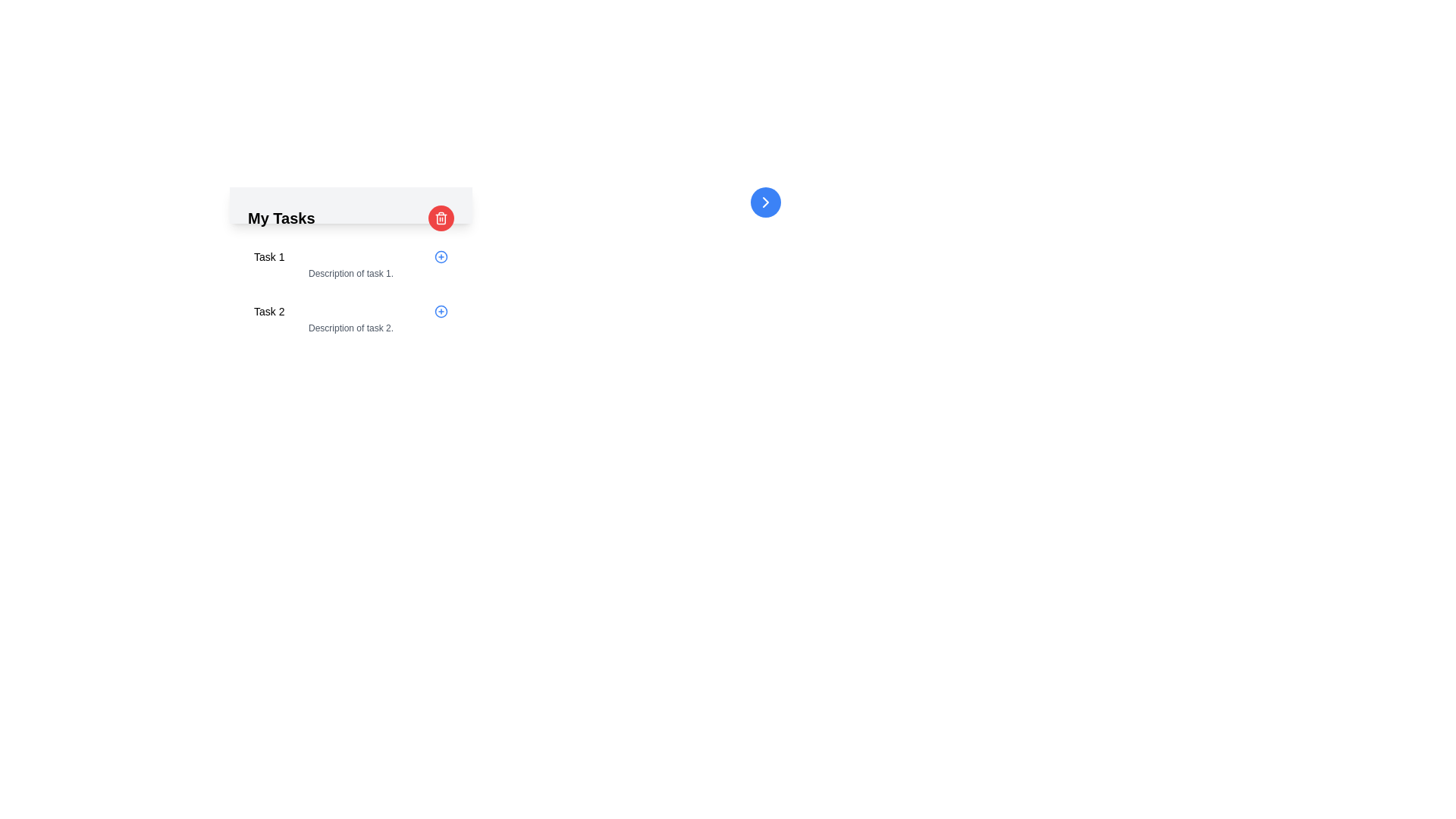  What do you see at coordinates (440, 218) in the screenshot?
I see `the delete button located to the right of the title 'My Tasks'` at bounding box center [440, 218].